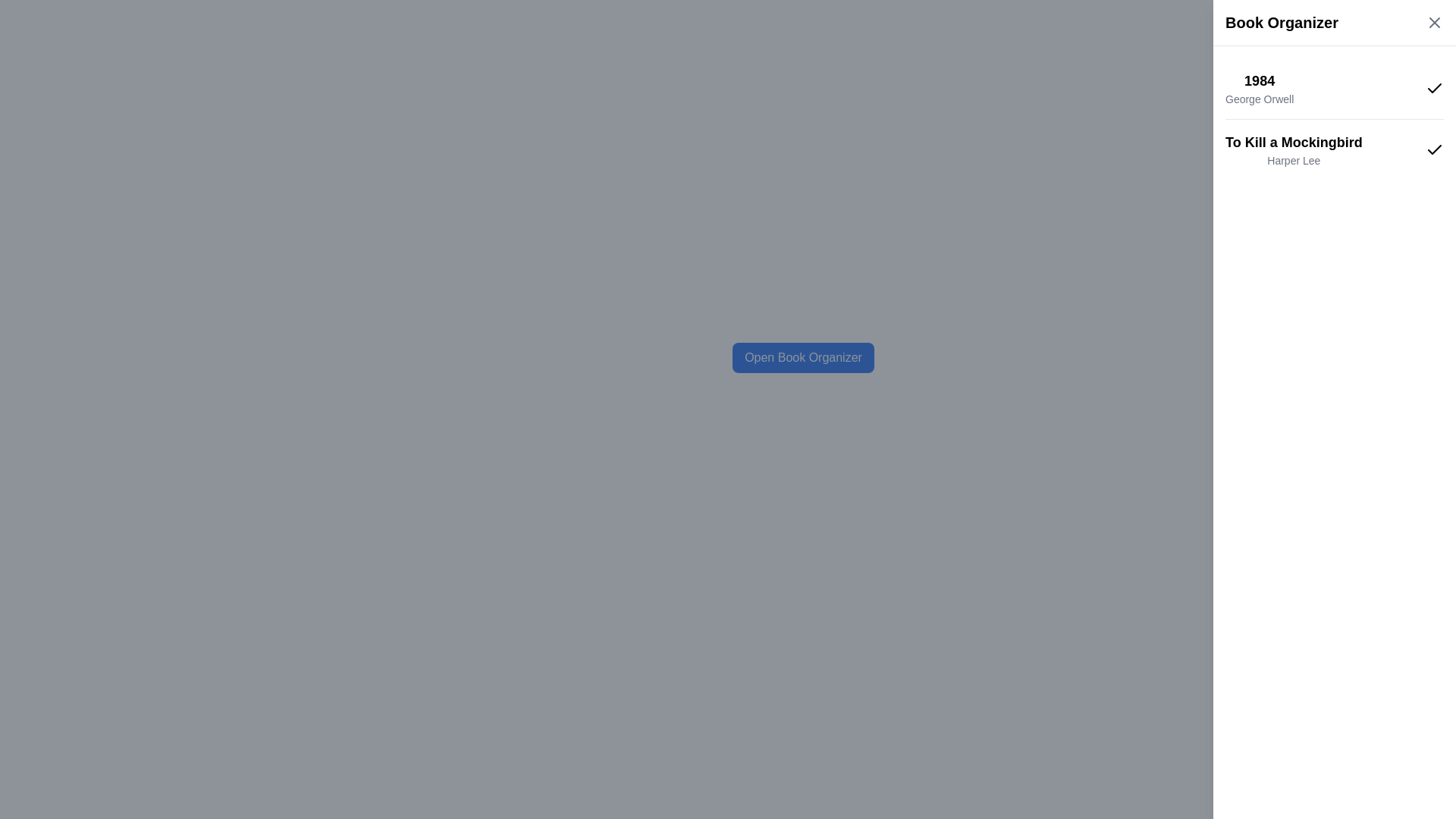  What do you see at coordinates (1433, 149) in the screenshot?
I see `the icon in the upper-right of the card for 'To Kill a Mockingbird'` at bounding box center [1433, 149].